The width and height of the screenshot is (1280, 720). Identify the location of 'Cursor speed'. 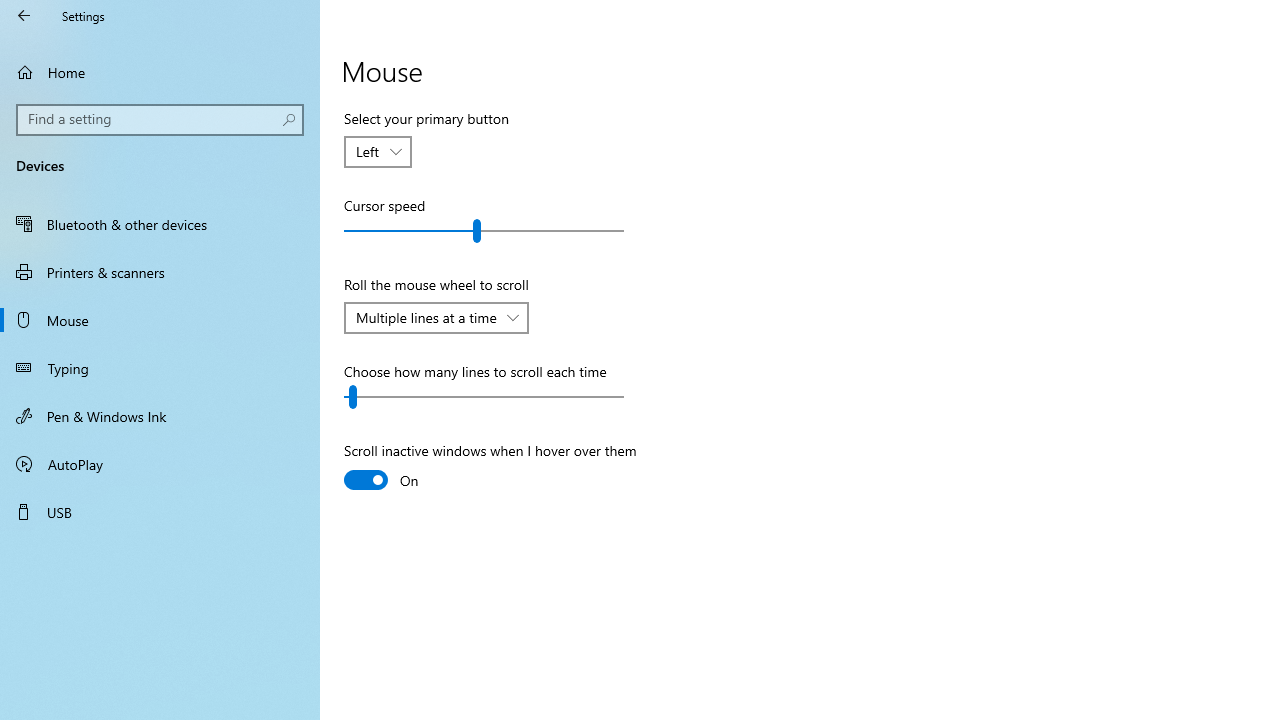
(484, 230).